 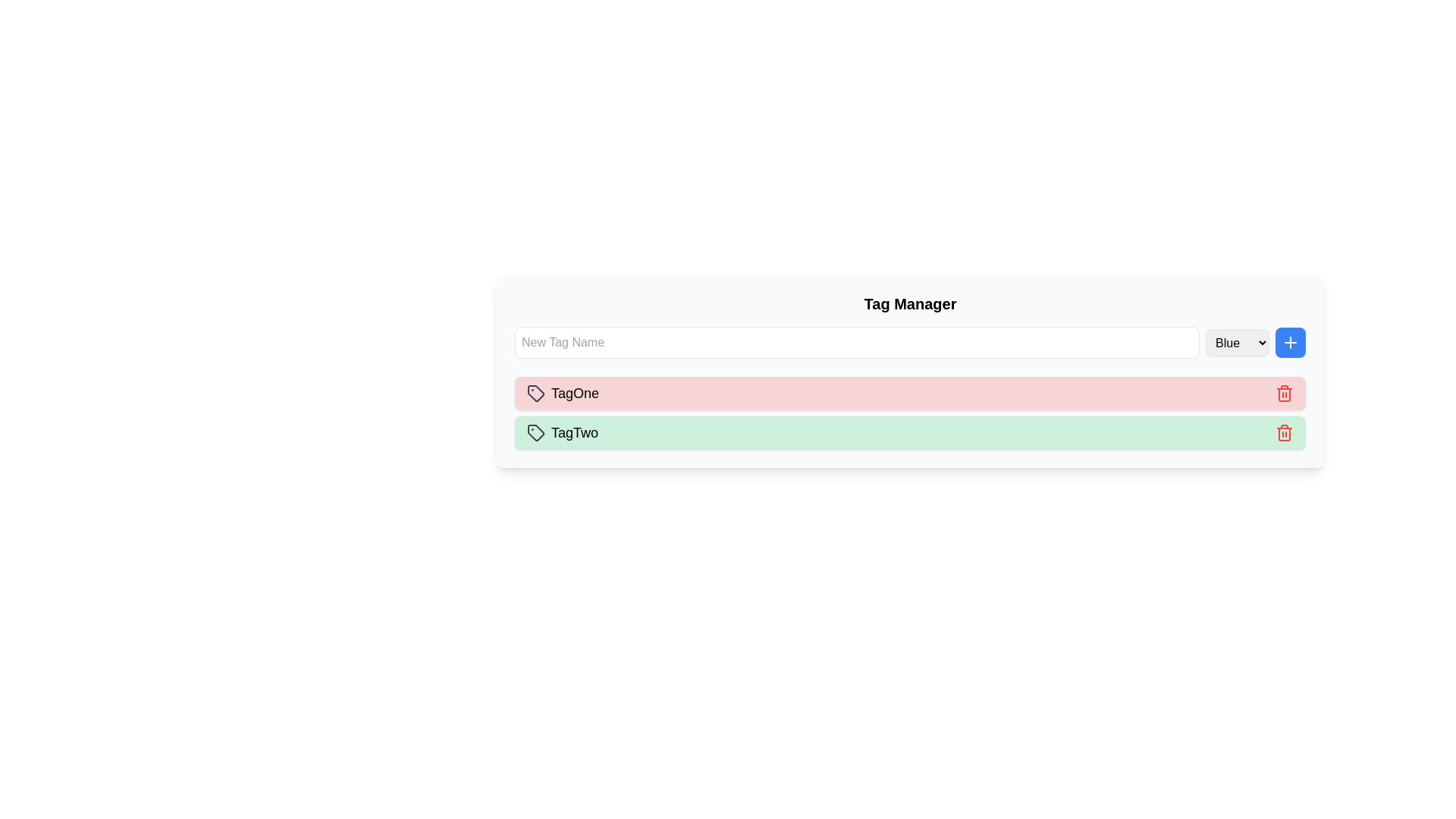 I want to click on the selectable tag labeled 'TagTwo', so click(x=562, y=432).